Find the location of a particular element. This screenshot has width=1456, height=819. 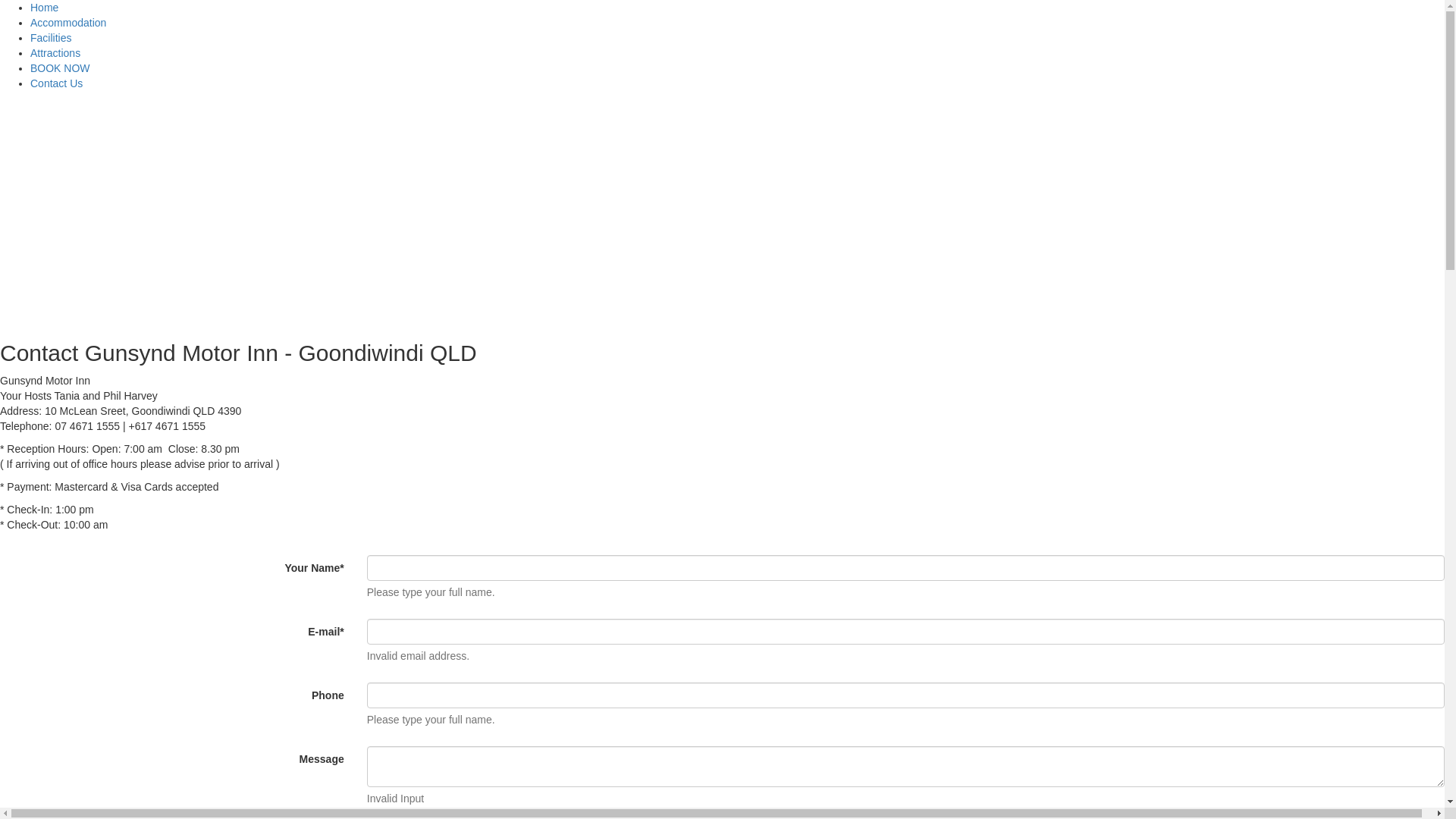

'BOOK NOW' is located at coordinates (60, 67).